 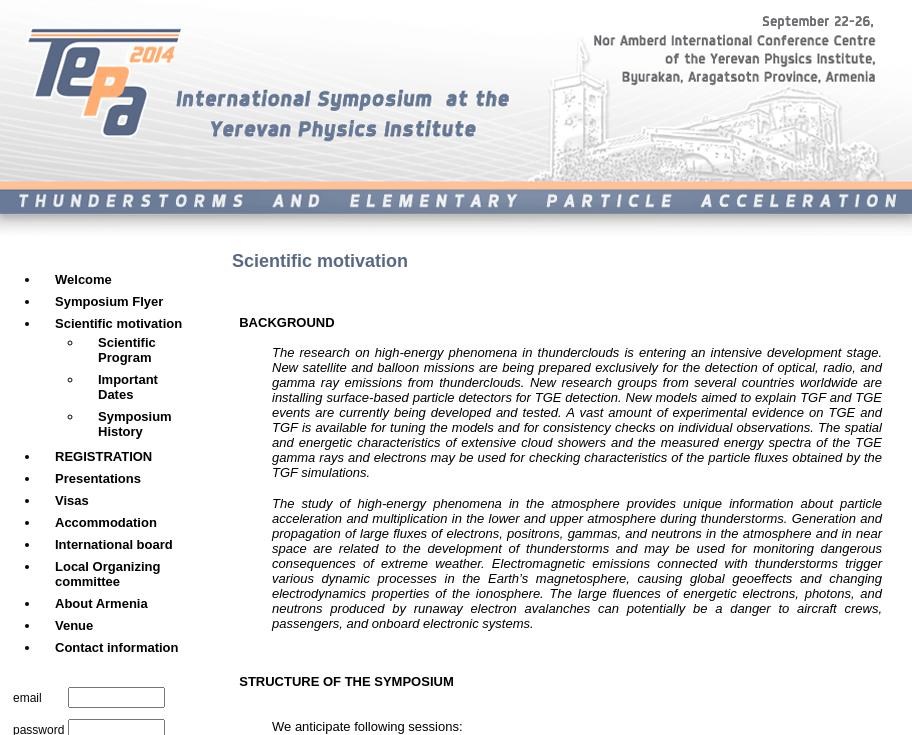 What do you see at coordinates (53, 573) in the screenshot?
I see `'Local Organizing committee'` at bounding box center [53, 573].